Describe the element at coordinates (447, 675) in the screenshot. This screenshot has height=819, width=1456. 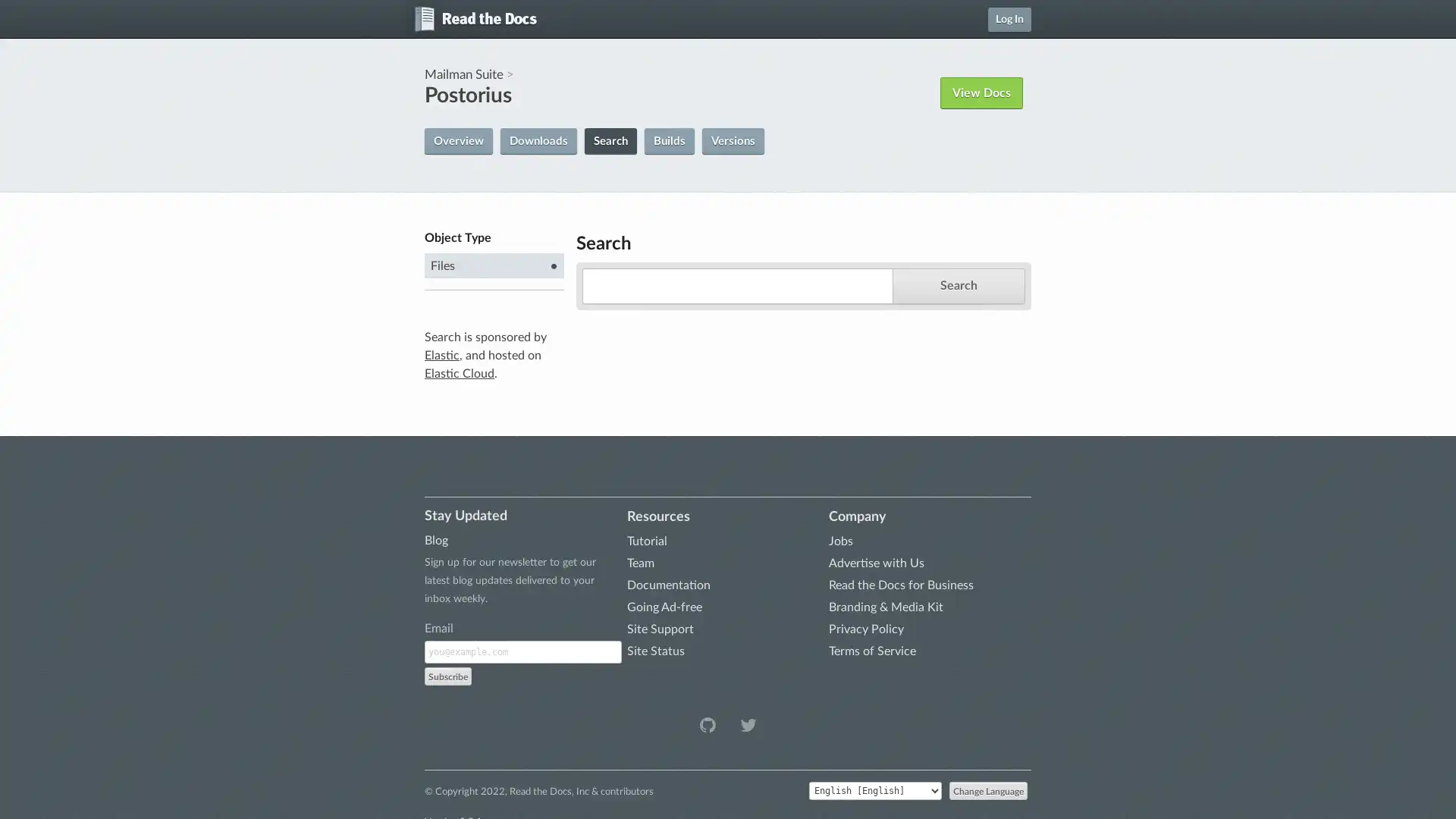
I see `Subscribe` at that location.